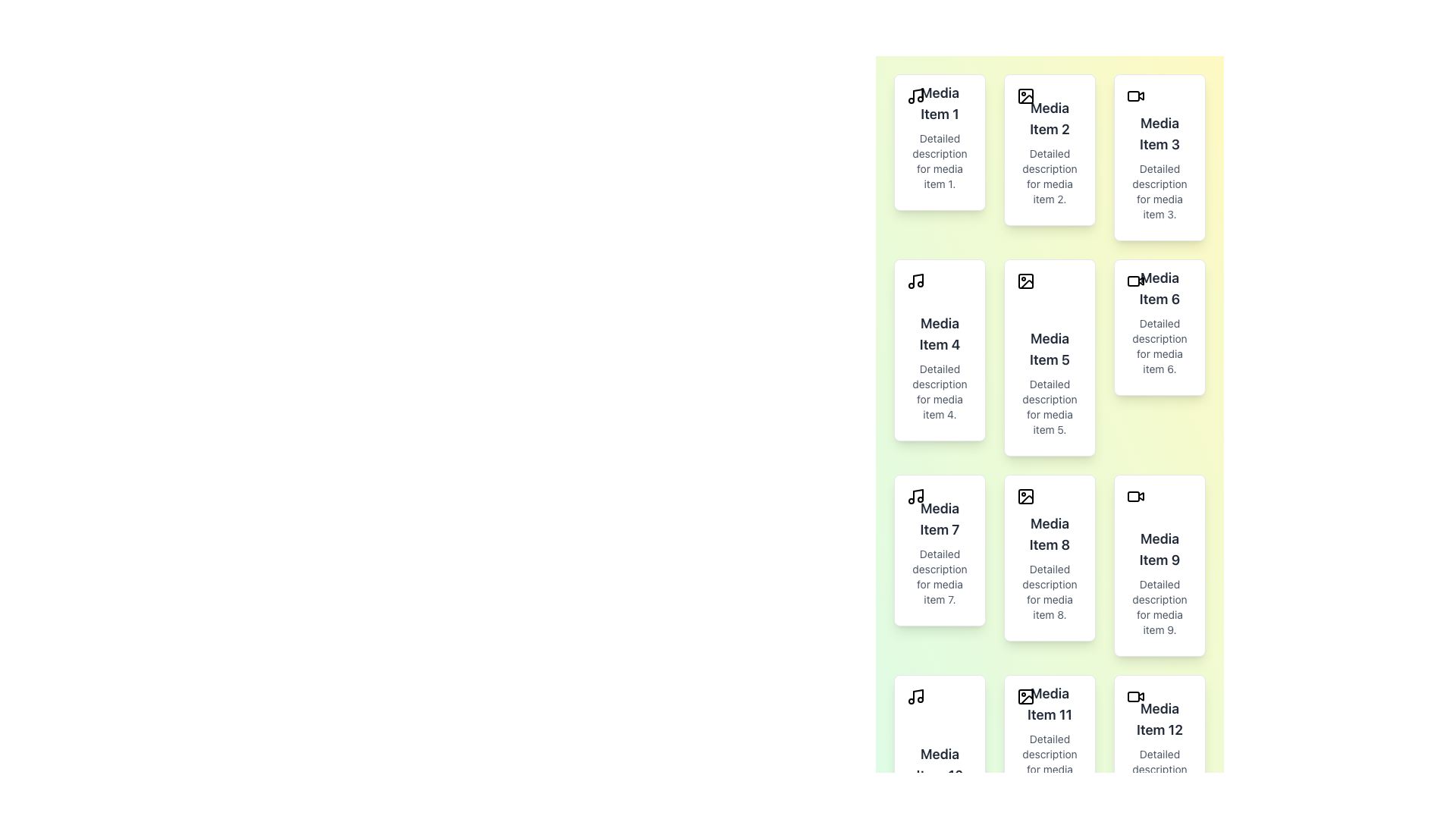  I want to click on the text block containing 'Detailed description for media item 1.' which is styled with a small font size and medium-gray color, positioned directly below the heading 'Media Item 1', so click(939, 161).